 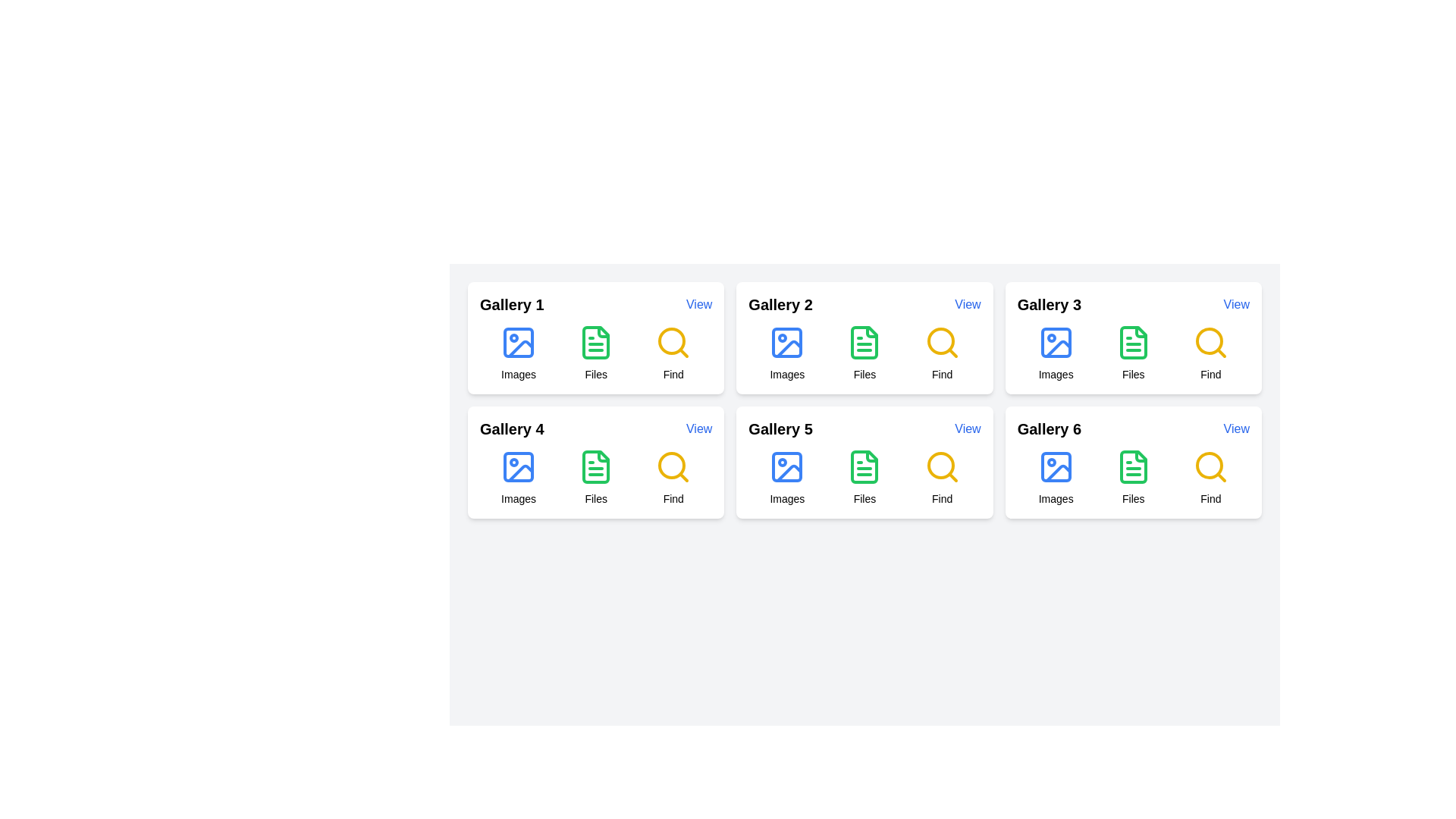 I want to click on the text label displaying 'Images' located at the bottom of the card labeled 'Gallery 6', which is styled with center alignment and positioned above other textual elements, so click(x=1055, y=499).